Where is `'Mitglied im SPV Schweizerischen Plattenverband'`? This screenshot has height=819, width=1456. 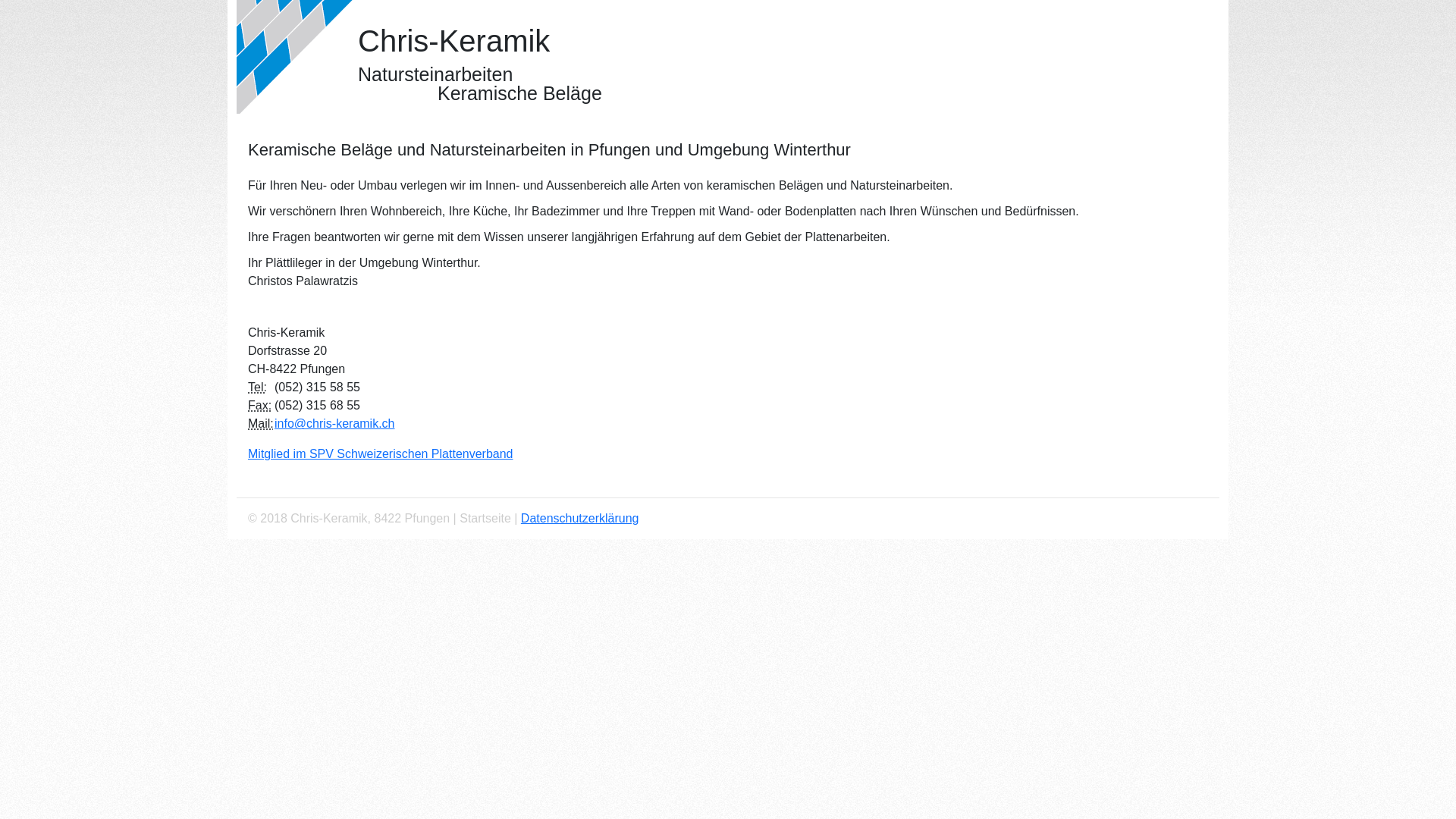
'Mitglied im SPV Schweizerischen Plattenverband' is located at coordinates (381, 453).